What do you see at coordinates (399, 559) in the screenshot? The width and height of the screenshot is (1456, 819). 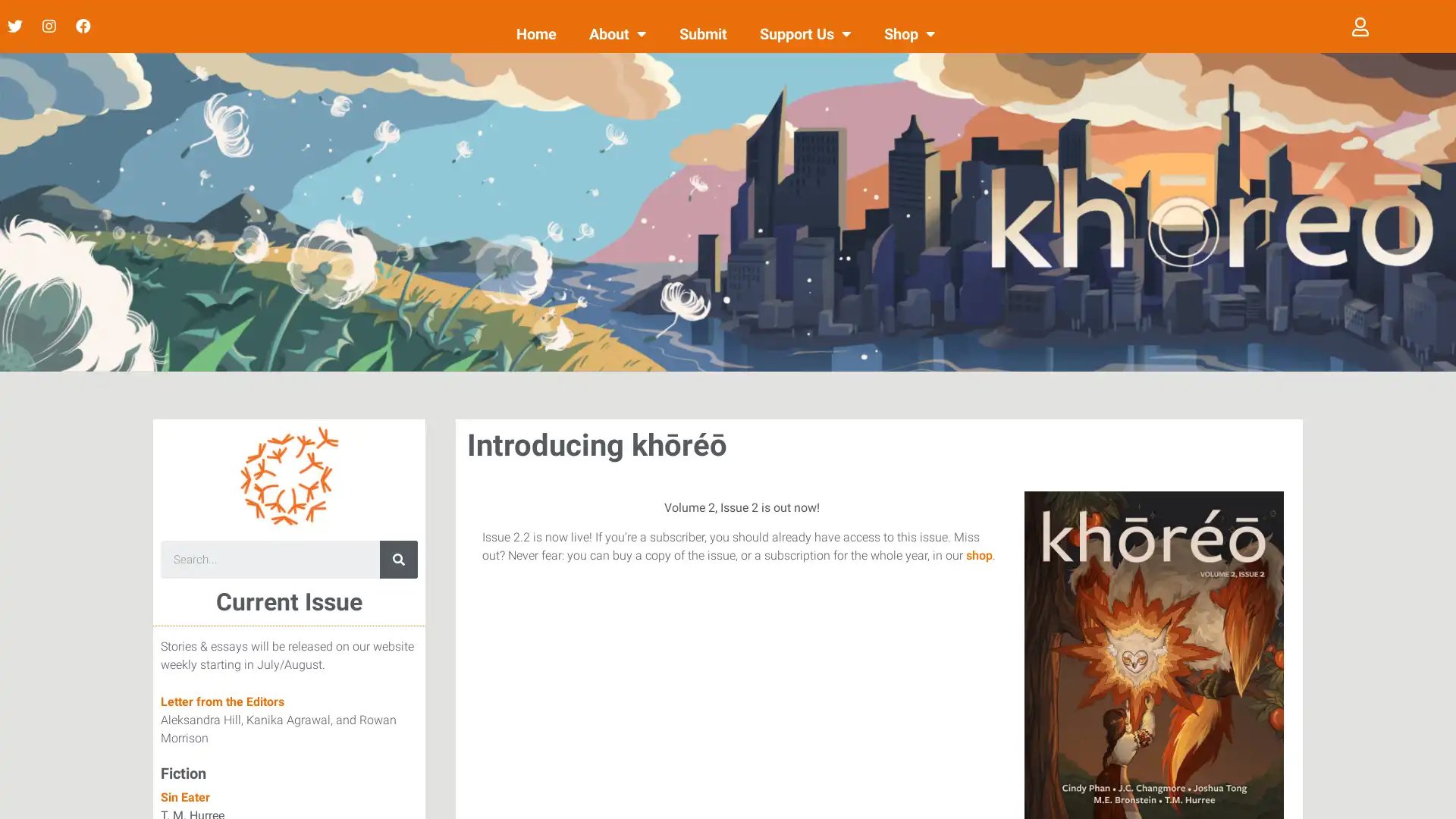 I see `Search` at bounding box center [399, 559].